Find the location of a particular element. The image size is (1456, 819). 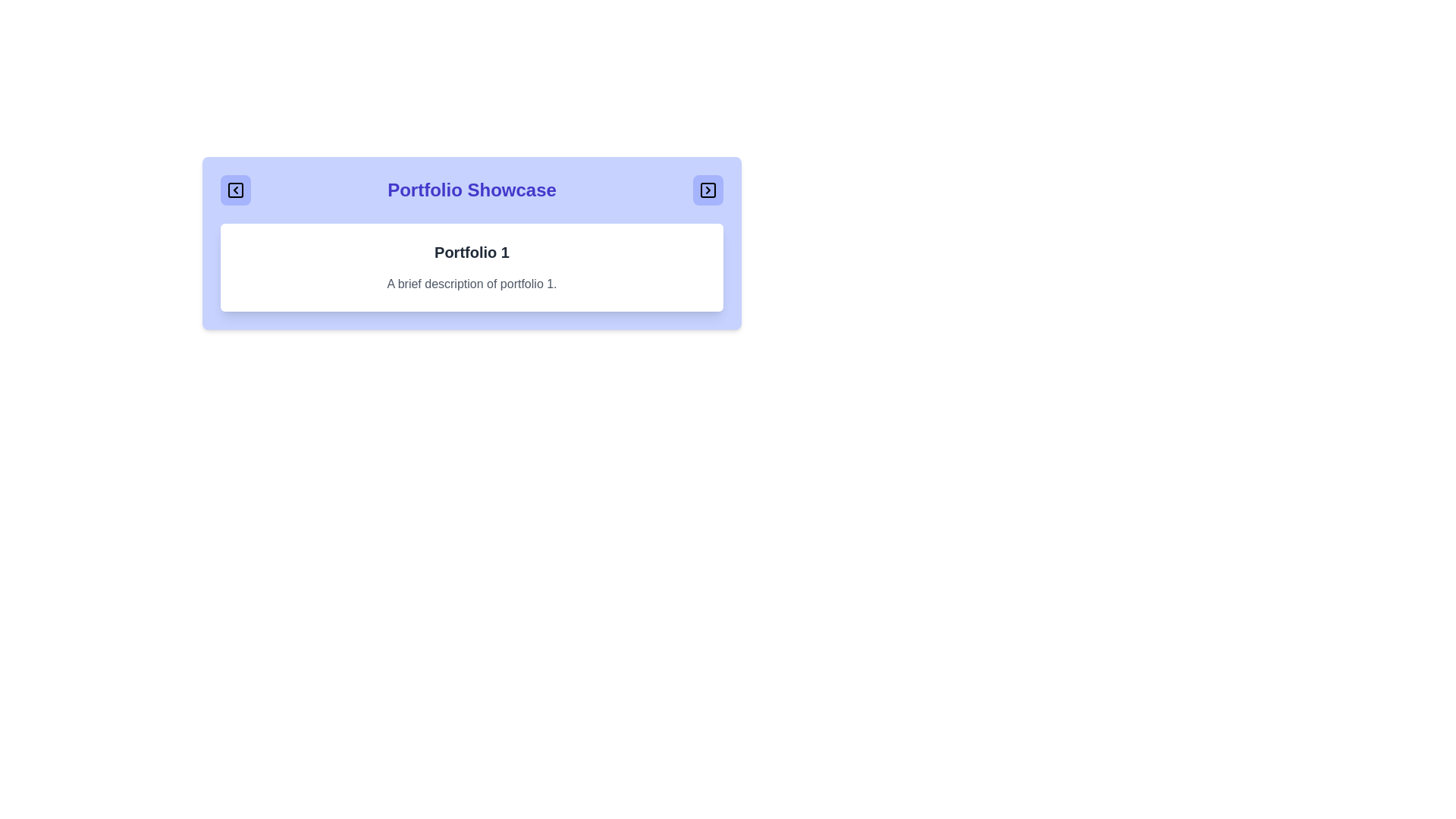

the 'next' button located on the far-right side of the horizontal toolbar below the 'Portfolio Showcase' text is located at coordinates (707, 189).